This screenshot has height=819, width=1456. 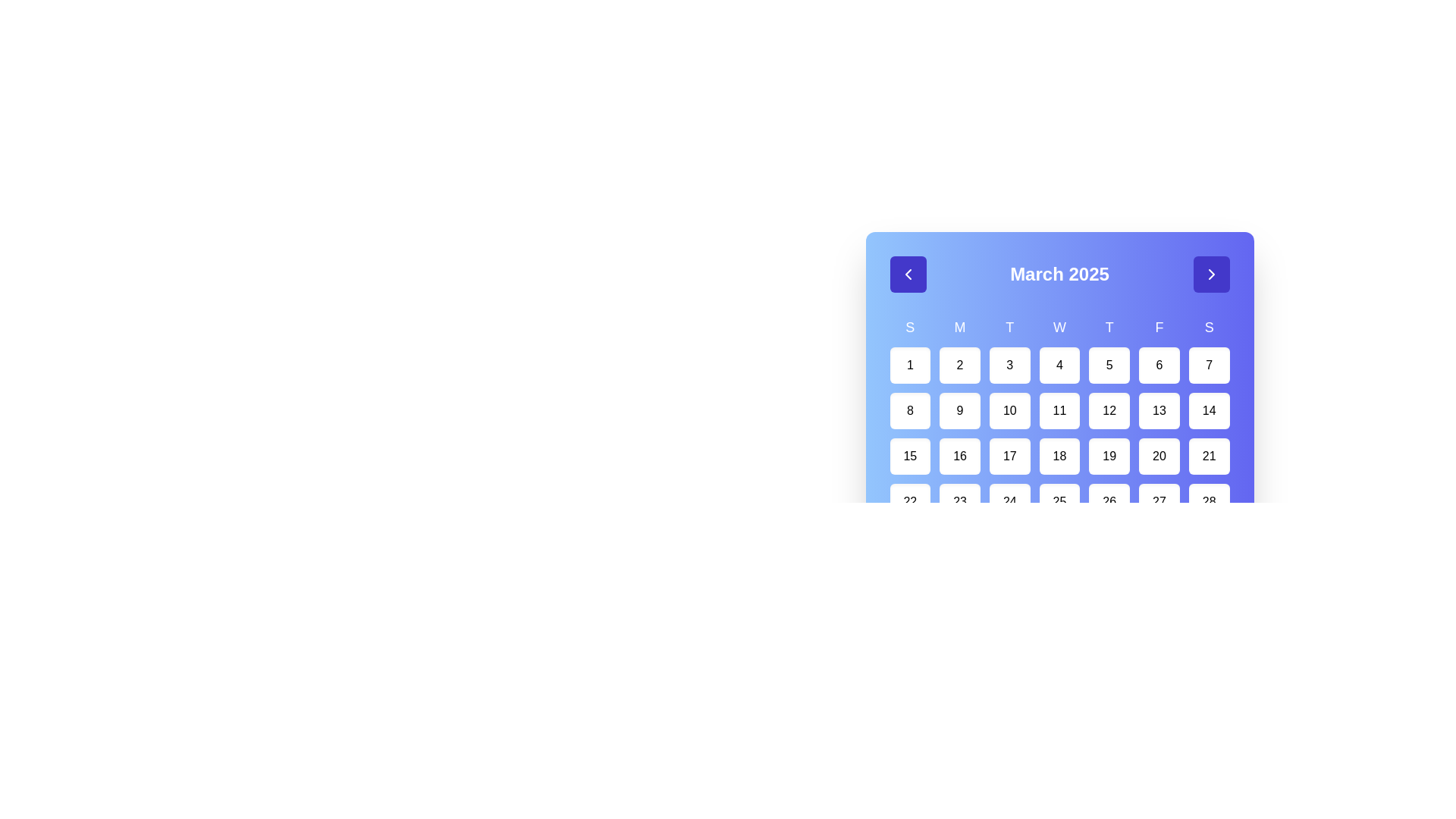 I want to click on a specific day within the Calendar grid displayed below the title 'March 2025', so click(x=1059, y=463).